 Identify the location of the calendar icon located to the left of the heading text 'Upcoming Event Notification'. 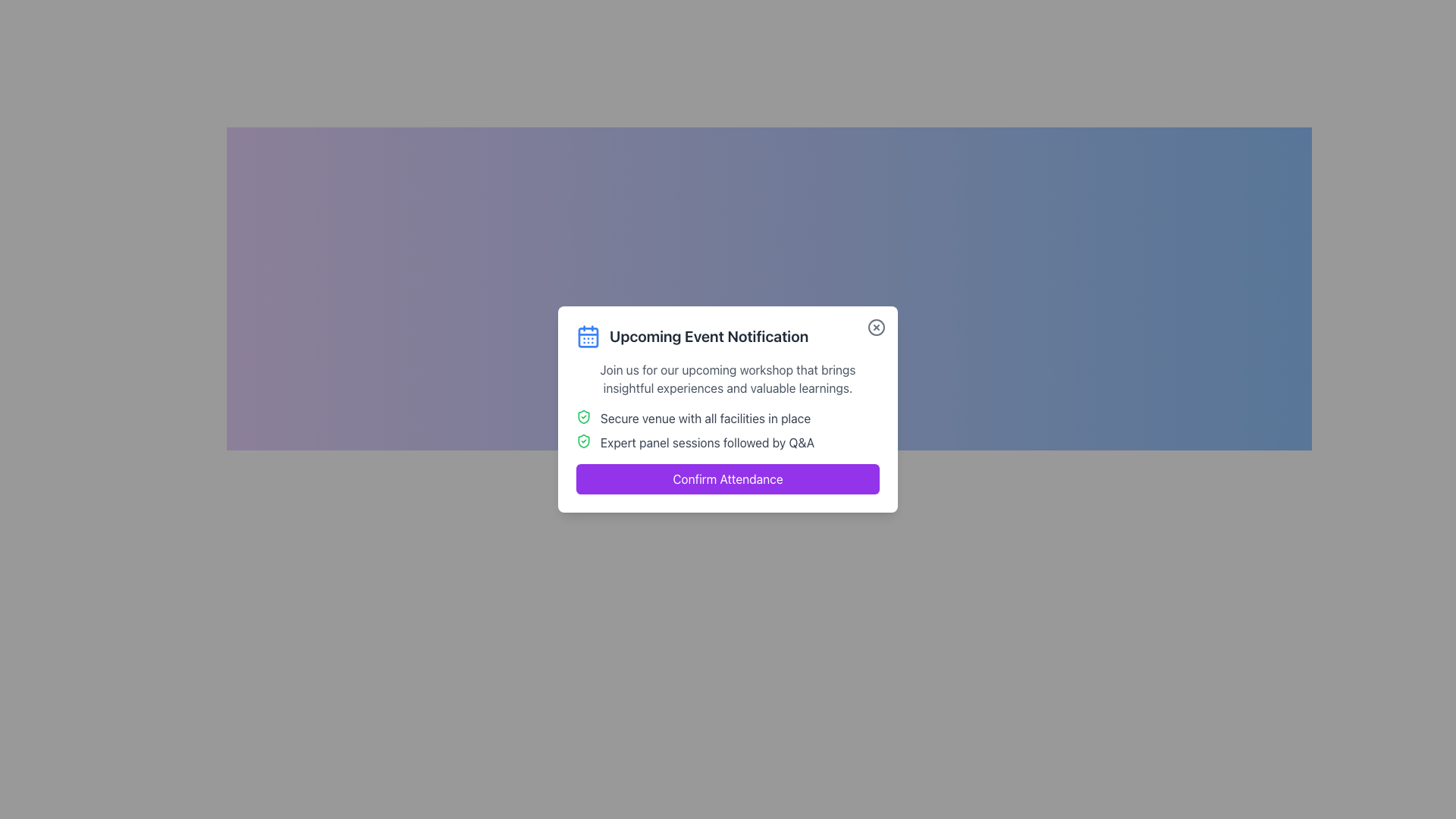
(588, 335).